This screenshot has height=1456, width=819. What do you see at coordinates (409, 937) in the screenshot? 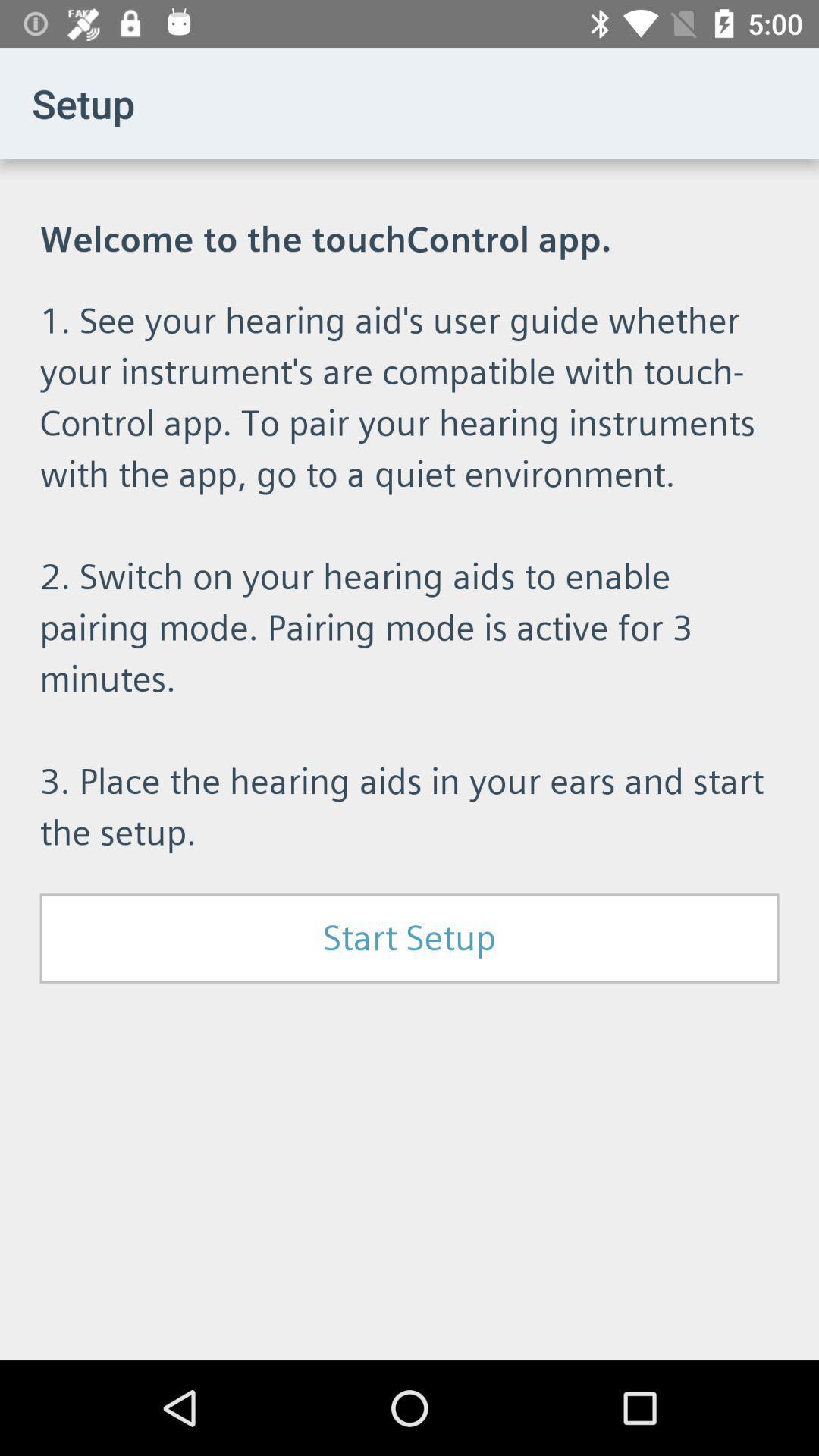
I see `start setup` at bounding box center [409, 937].